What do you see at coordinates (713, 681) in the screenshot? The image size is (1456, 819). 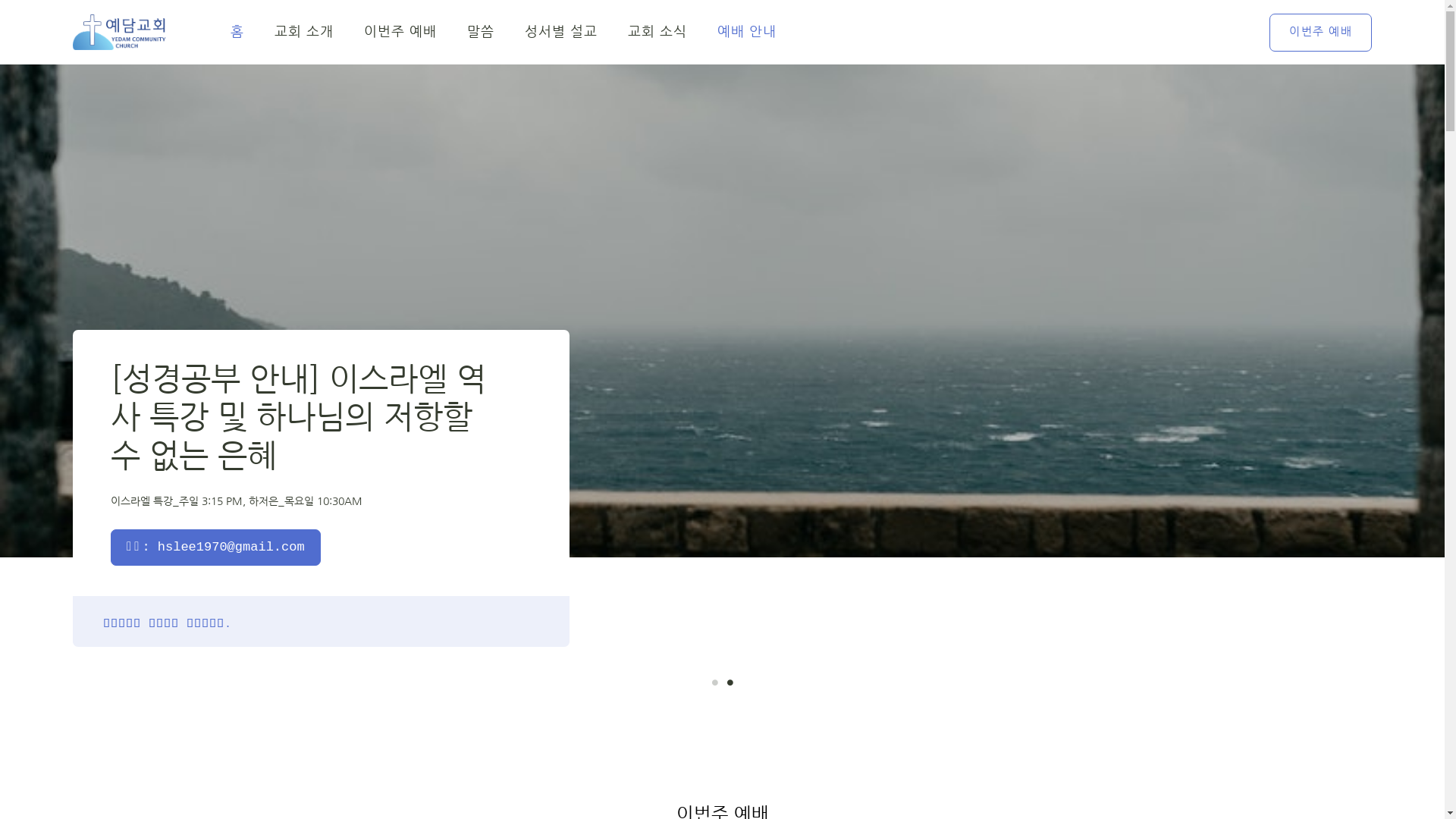 I see `'1'` at bounding box center [713, 681].